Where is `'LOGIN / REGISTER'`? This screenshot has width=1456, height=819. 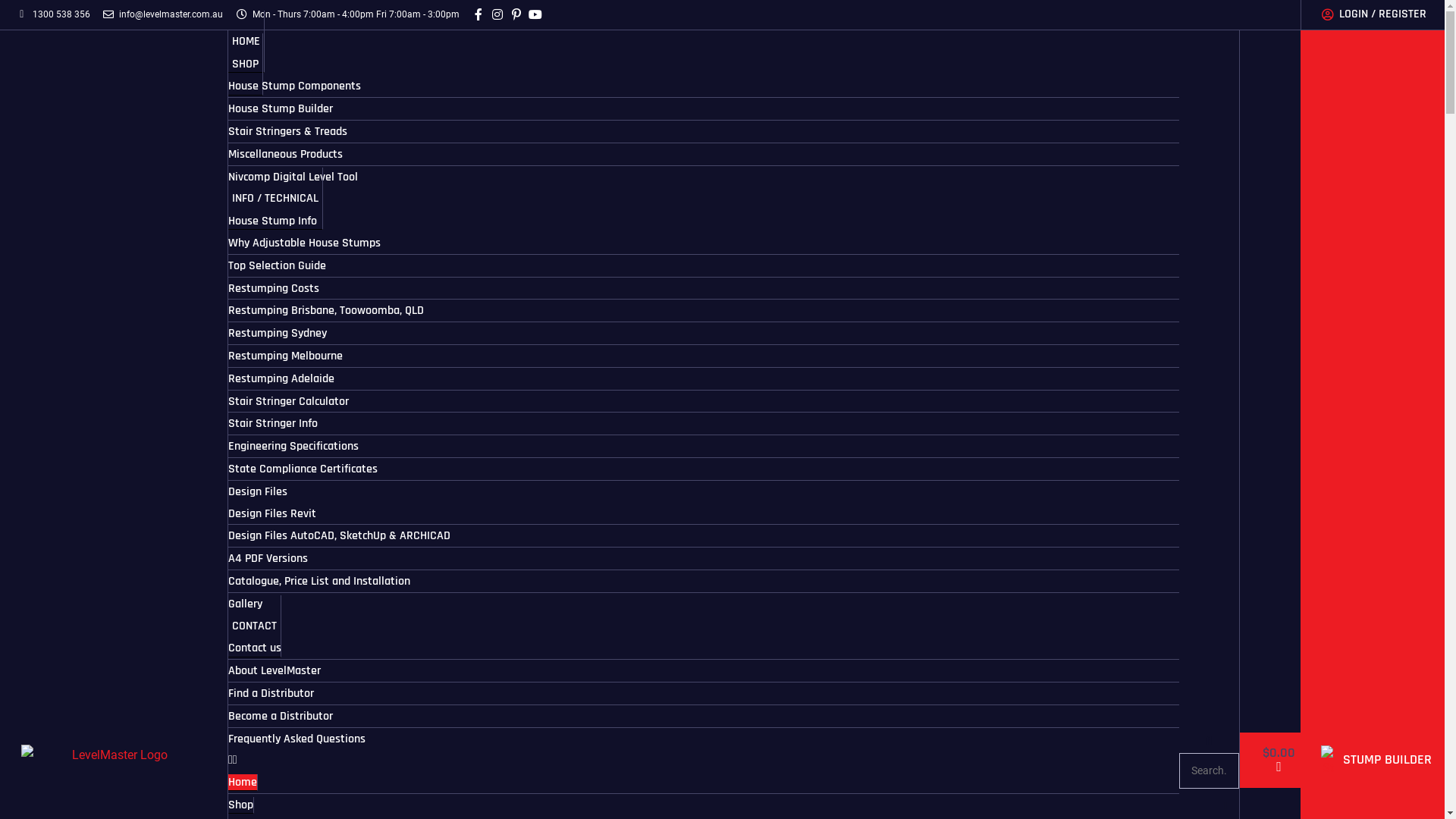
'LOGIN / REGISTER' is located at coordinates (1318, 14).